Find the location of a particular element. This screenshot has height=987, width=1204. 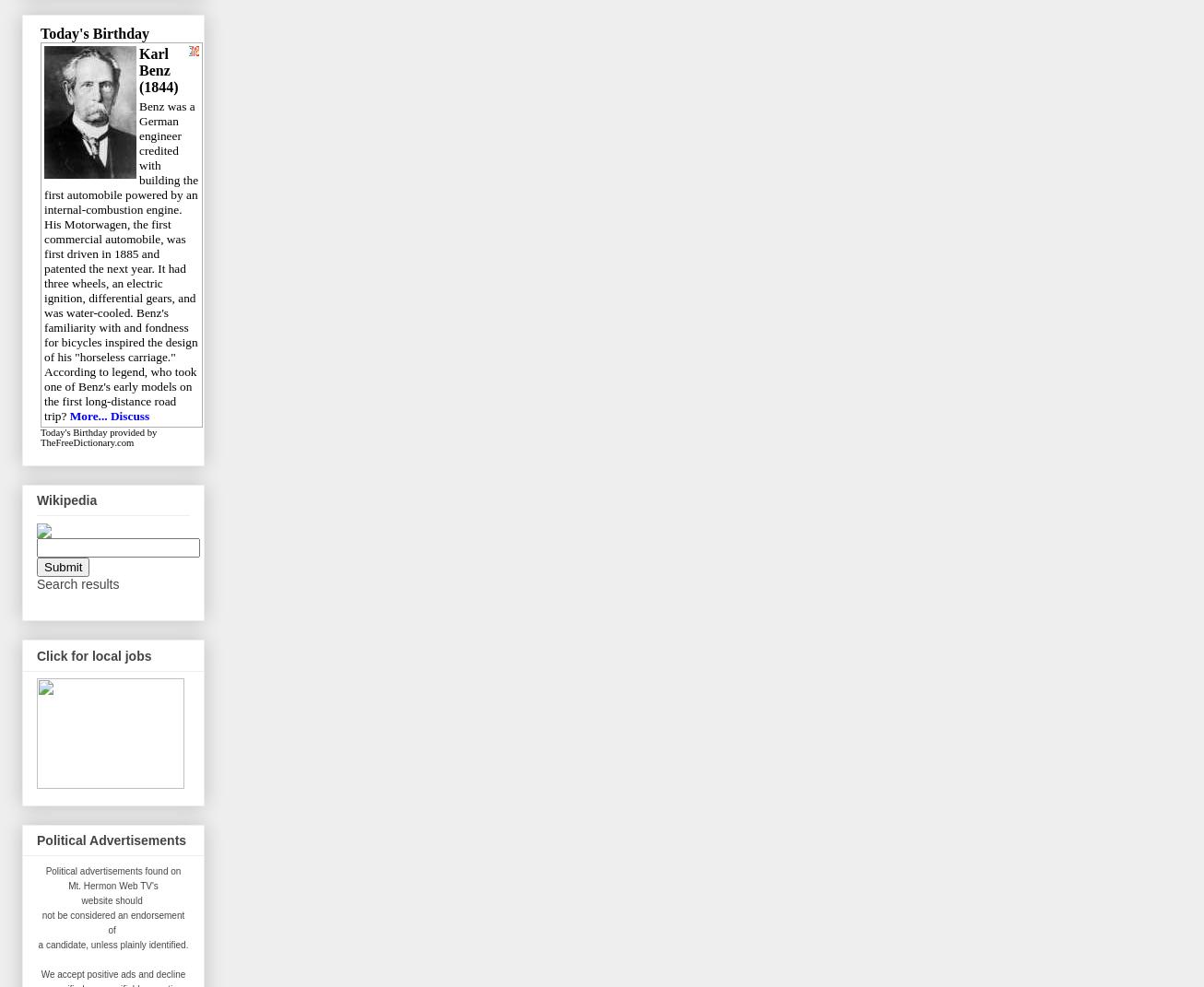

'unless
plainly identified.' is located at coordinates (138, 945).